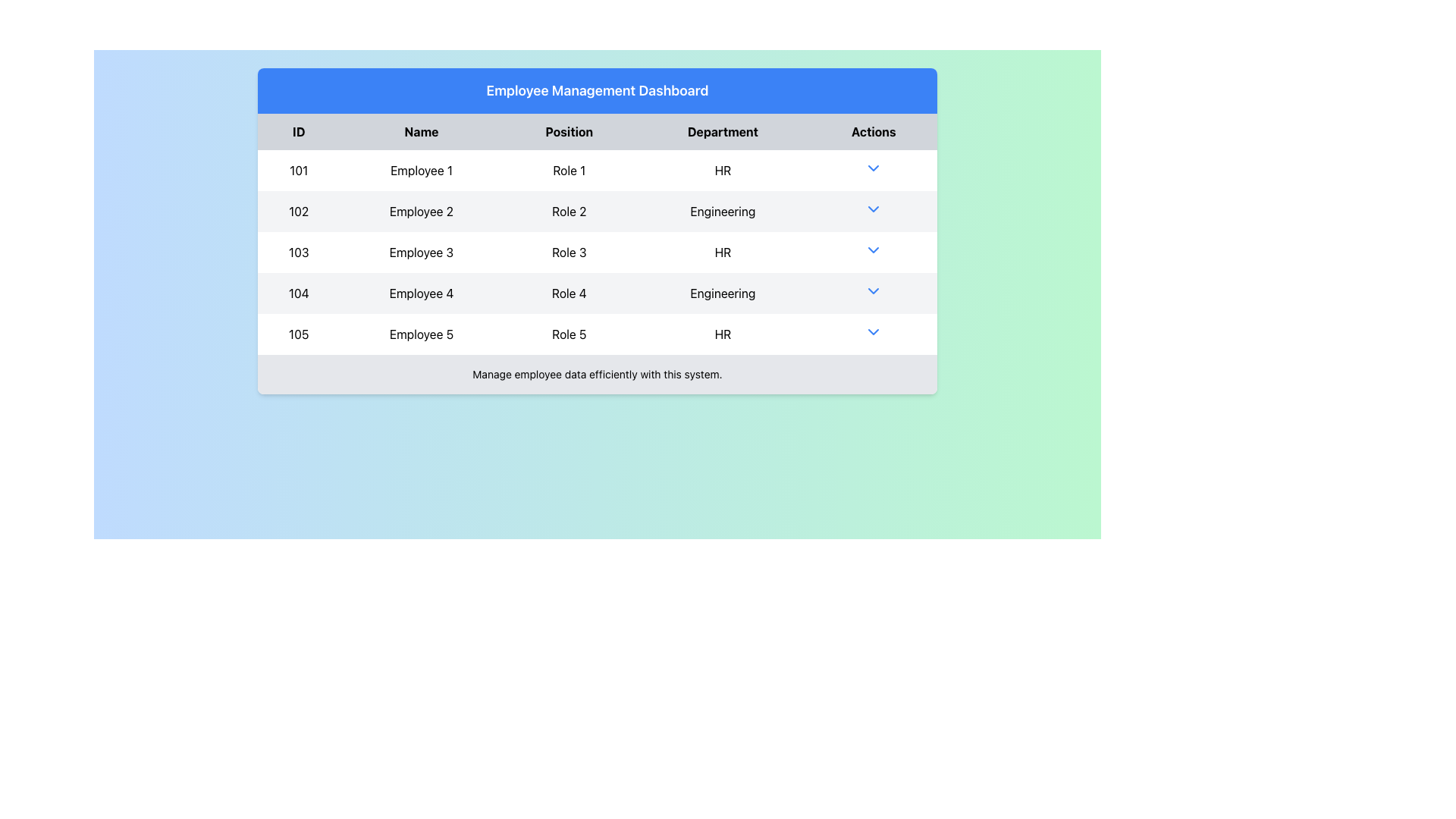 This screenshot has height=819, width=1456. Describe the element at coordinates (874, 291) in the screenshot. I see `the blue downward-facing chevron icon in the 'Actions' column of the fourth row` at that location.